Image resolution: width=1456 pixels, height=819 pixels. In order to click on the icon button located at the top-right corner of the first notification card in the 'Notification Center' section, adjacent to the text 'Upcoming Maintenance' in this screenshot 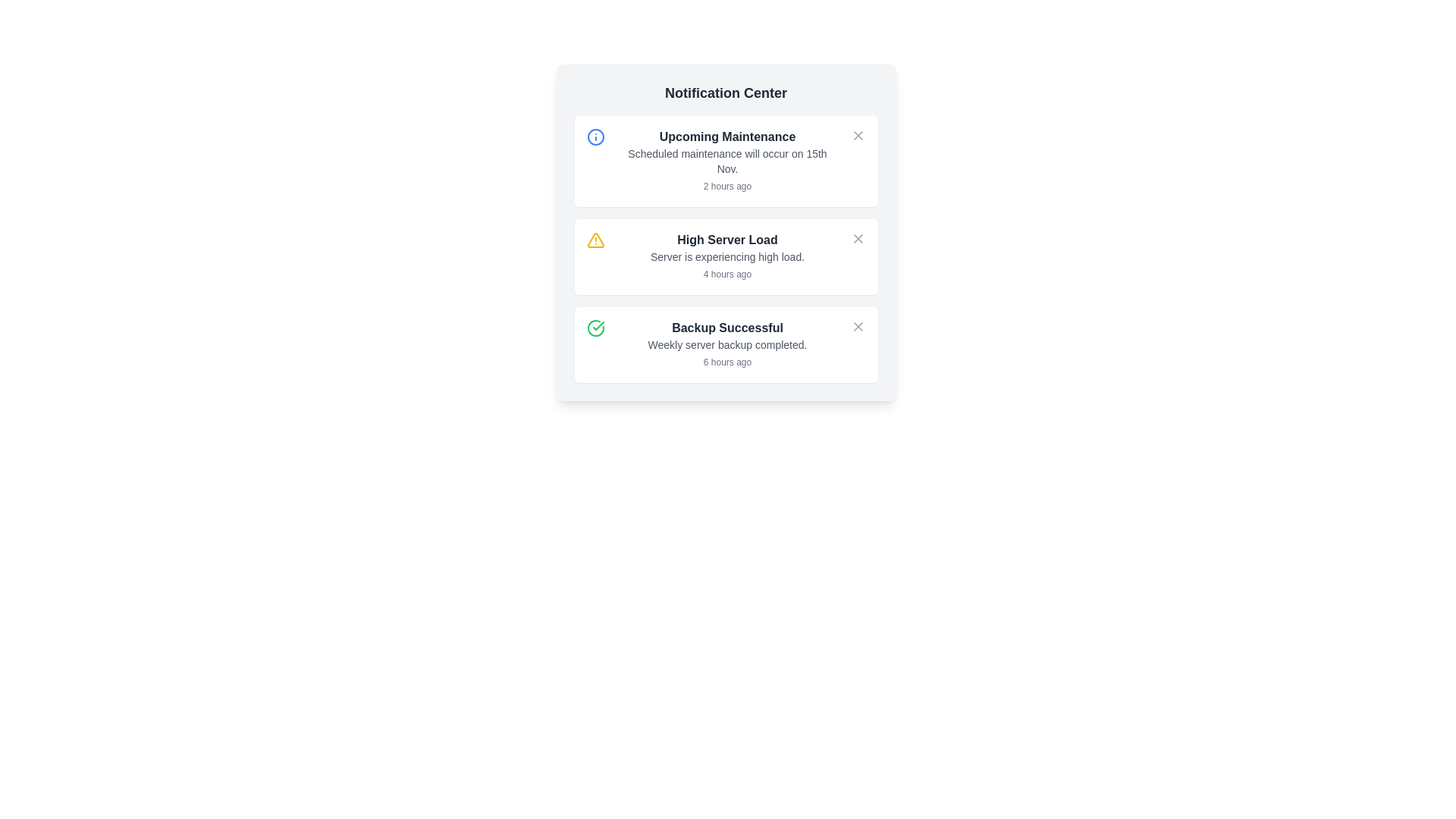, I will do `click(858, 134)`.